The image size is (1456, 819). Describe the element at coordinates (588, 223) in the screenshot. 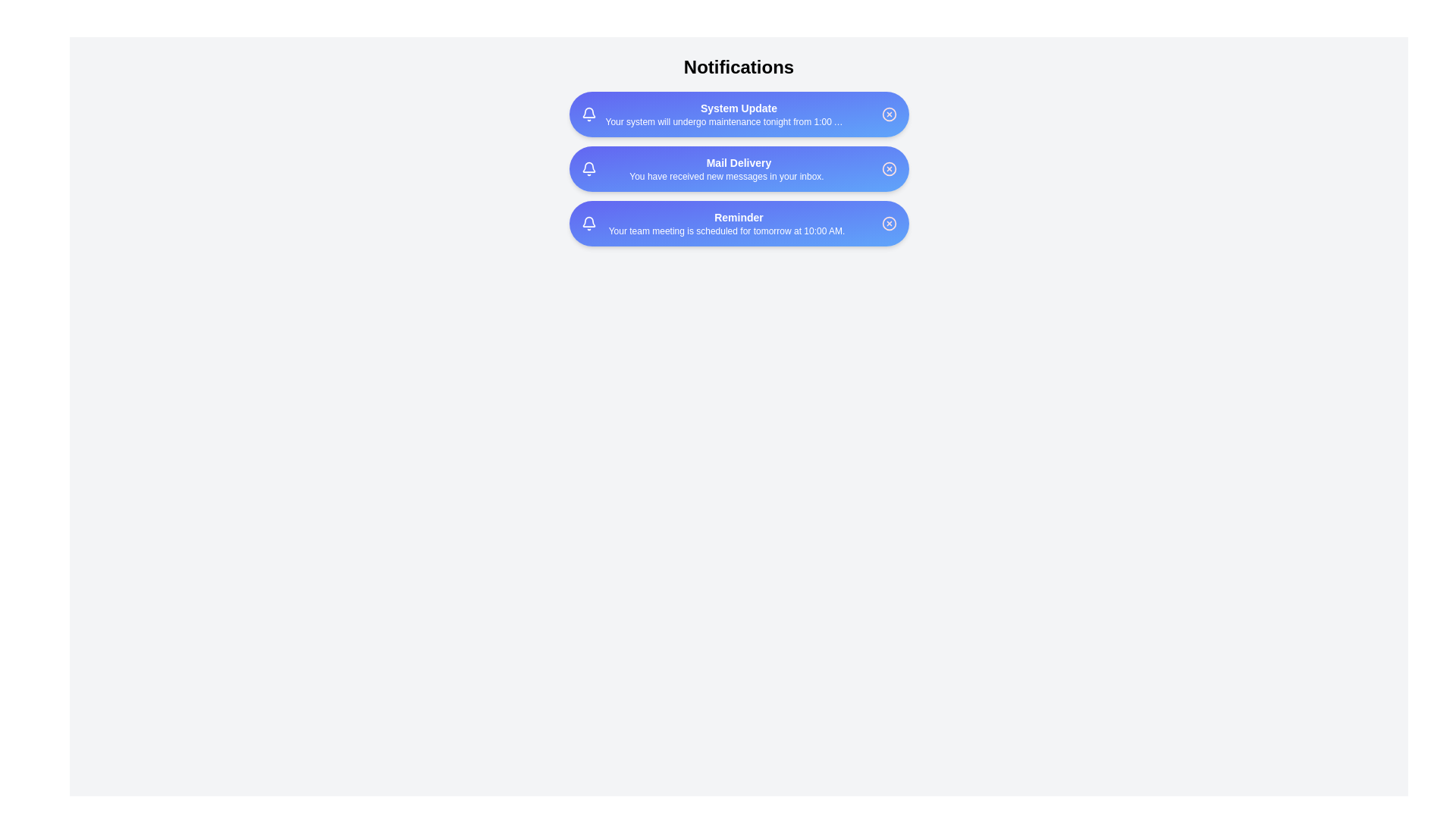

I see `the notification icon corresponding to Reminder` at that location.